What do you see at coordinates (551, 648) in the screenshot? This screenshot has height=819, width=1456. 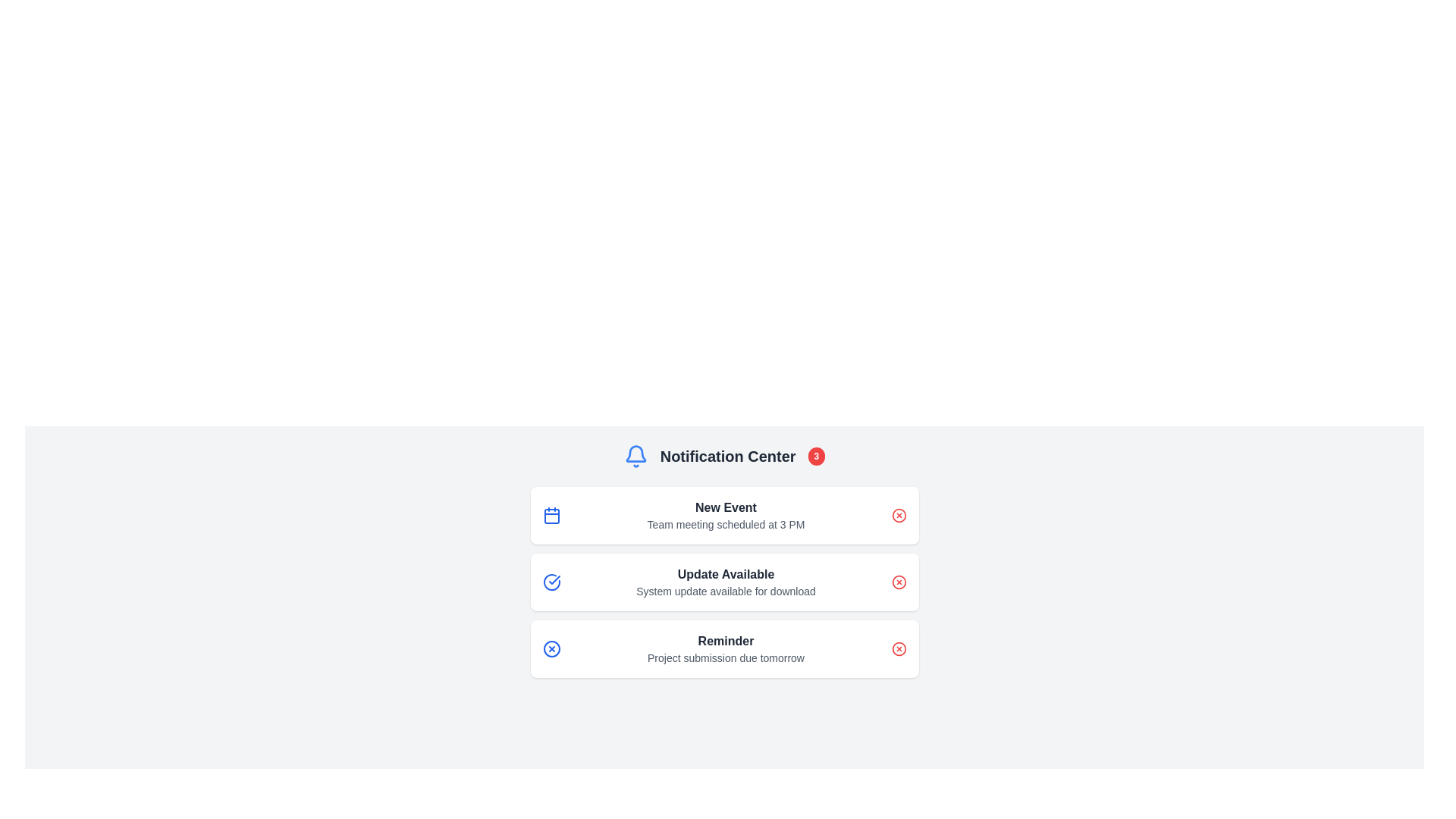 I see `the small blue circular icon with an 'X' pattern, which indicates a close or delete action, located at the top-left corner of the 'Reminder' notification card` at bounding box center [551, 648].